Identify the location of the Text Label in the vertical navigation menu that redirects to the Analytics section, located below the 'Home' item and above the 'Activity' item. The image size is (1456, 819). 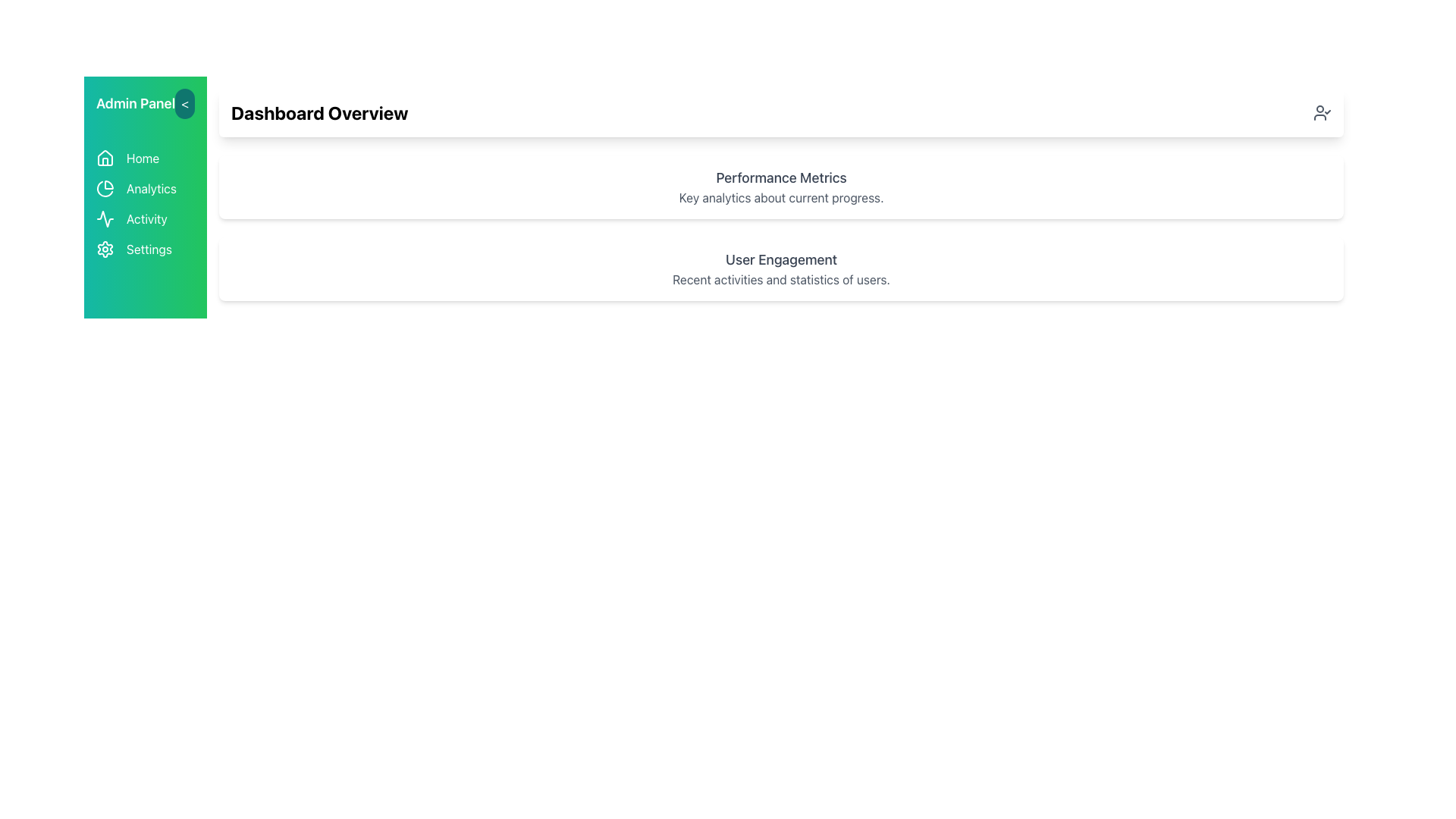
(152, 188).